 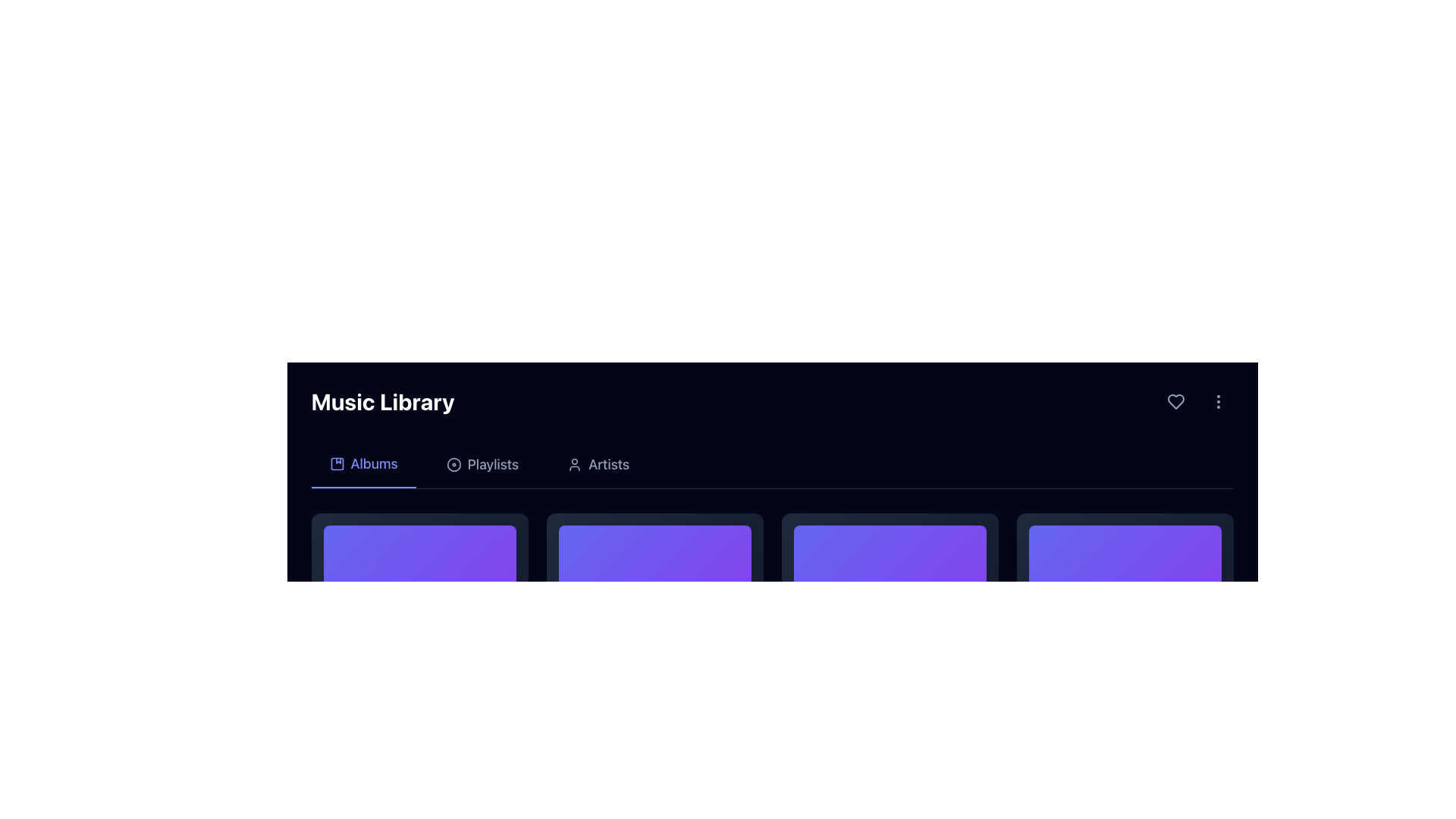 What do you see at coordinates (362, 464) in the screenshot?
I see `the 'Albums' button in the navigation bar, which is the first button among three options, to trigger potential visual feedback` at bounding box center [362, 464].